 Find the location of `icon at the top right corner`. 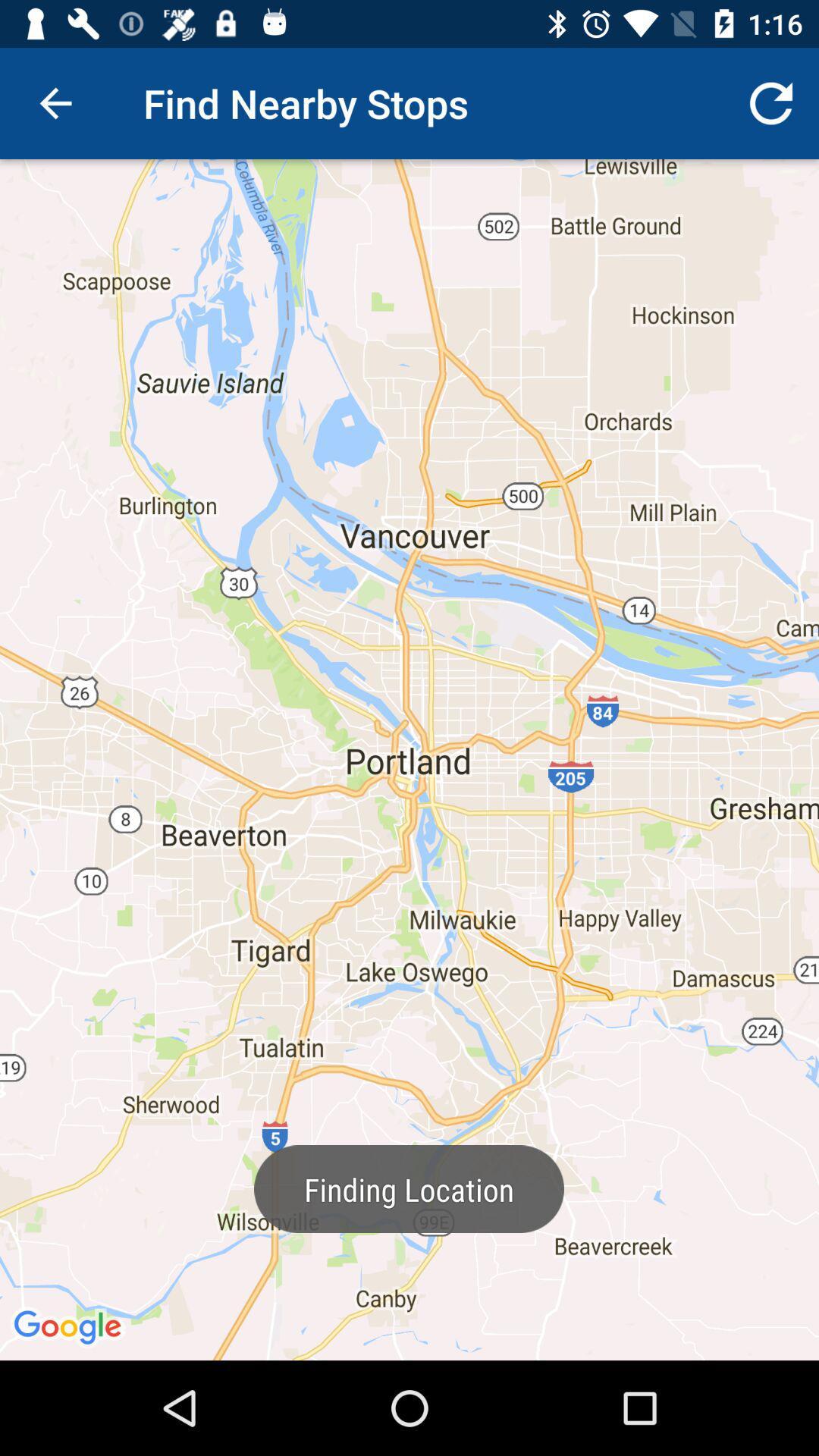

icon at the top right corner is located at coordinates (771, 102).